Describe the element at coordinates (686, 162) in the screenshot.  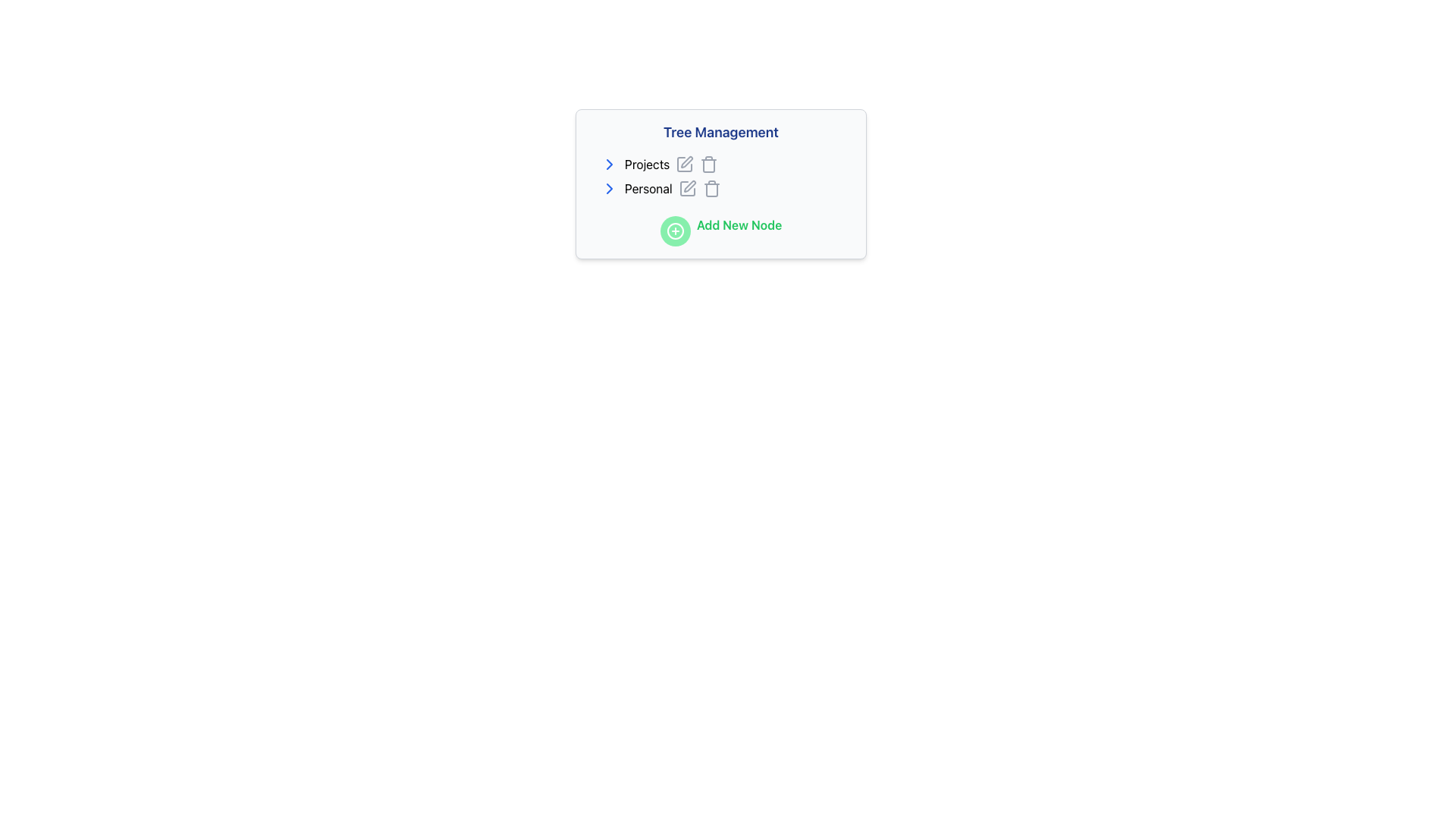
I see `the pen icon representing the edit action next to the 'Projects' label in the 'Tree Management' section to observe styling changes` at that location.